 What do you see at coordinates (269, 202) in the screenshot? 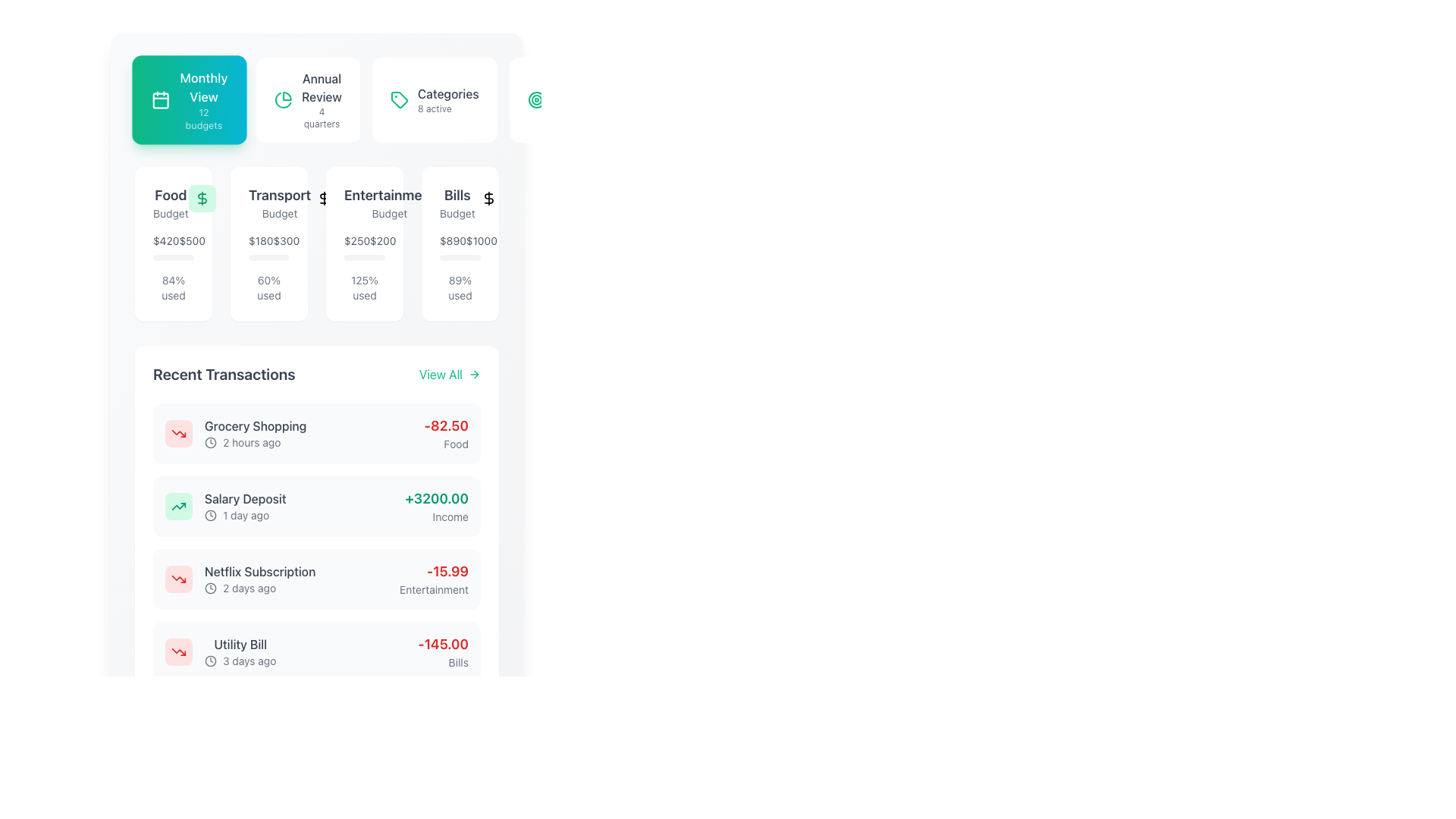
I see `the Text Label displaying 'Transport' in bold and 'Budget' in gray, located in the second card from the left in the grid of budget cards` at bounding box center [269, 202].